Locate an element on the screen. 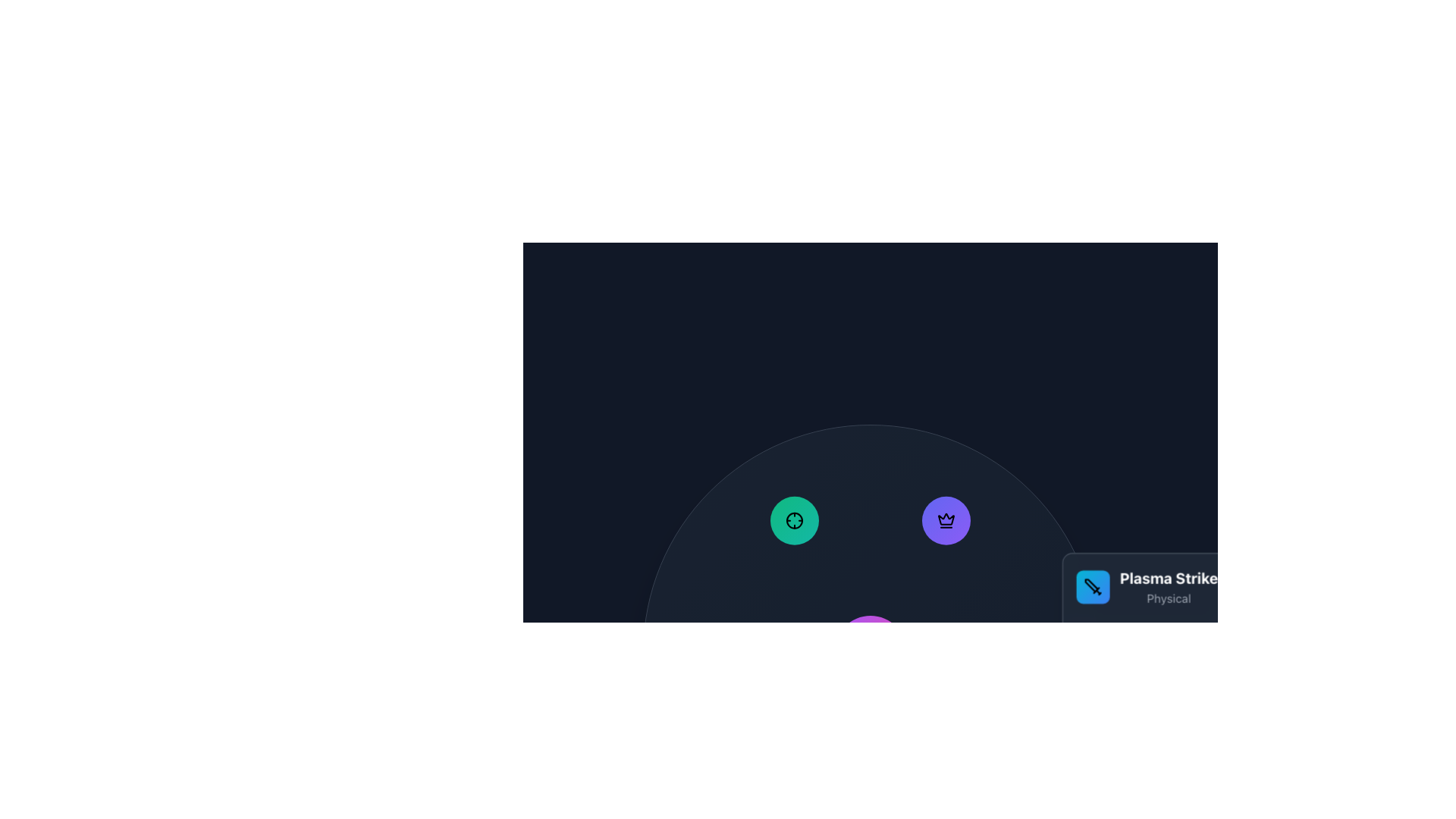 This screenshot has height=819, width=1456. the Icon button associated with the 'Plasma Strike' feature is located at coordinates (1093, 586).